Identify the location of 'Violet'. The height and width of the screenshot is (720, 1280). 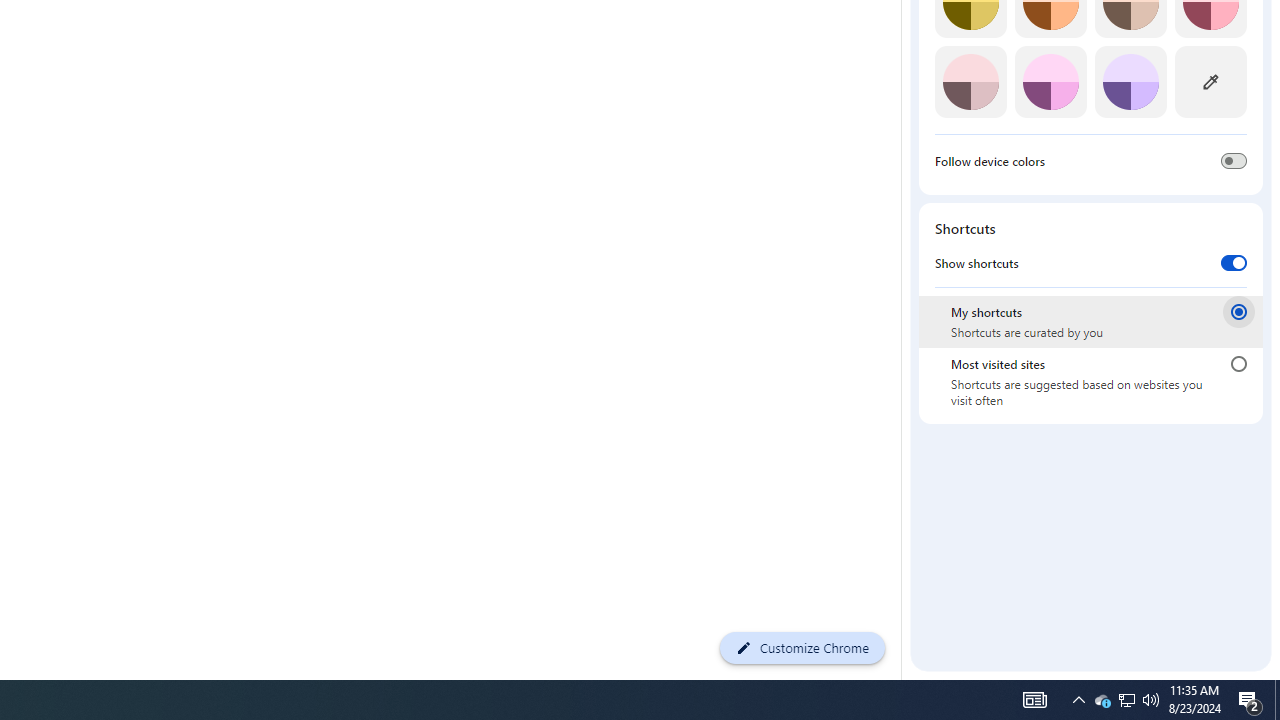
(1130, 81).